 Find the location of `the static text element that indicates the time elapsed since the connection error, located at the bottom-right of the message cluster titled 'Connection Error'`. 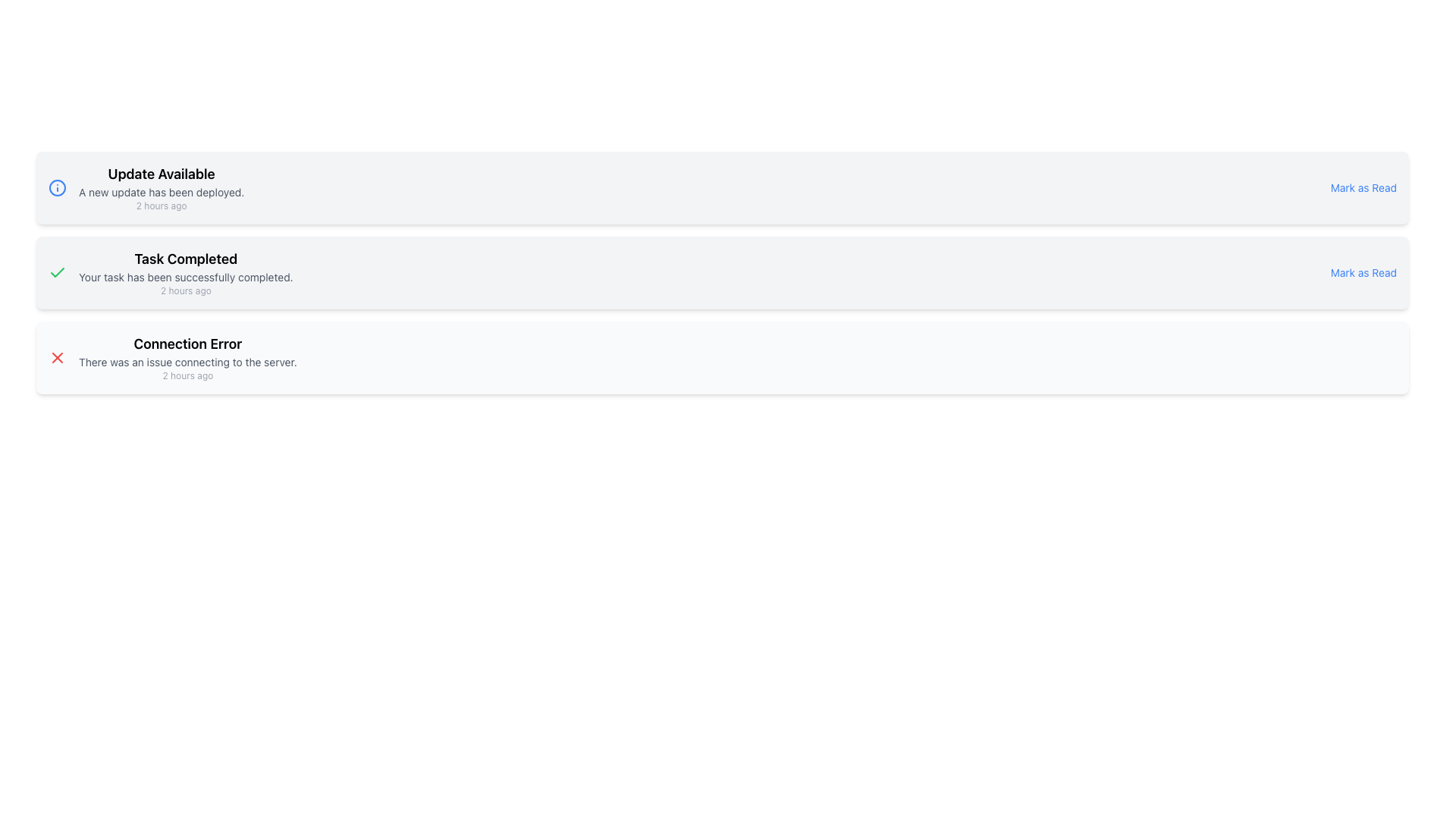

the static text element that indicates the time elapsed since the connection error, located at the bottom-right of the message cluster titled 'Connection Error' is located at coordinates (187, 375).